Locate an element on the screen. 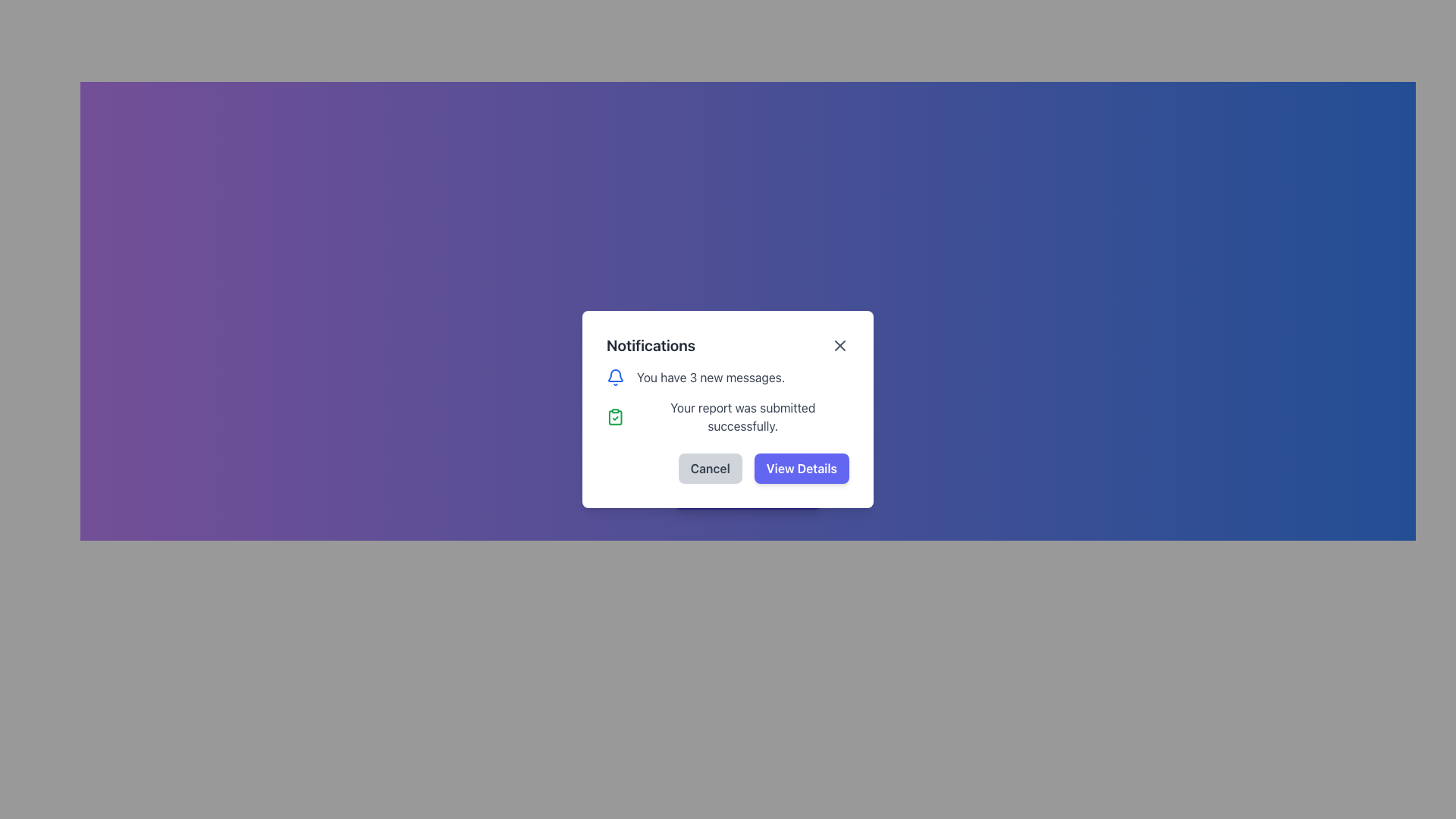 The image size is (1456, 819). the cancel button located in the bottom-right section of the notification modal, positioned to the left of the 'View Details' button is located at coordinates (728, 467).